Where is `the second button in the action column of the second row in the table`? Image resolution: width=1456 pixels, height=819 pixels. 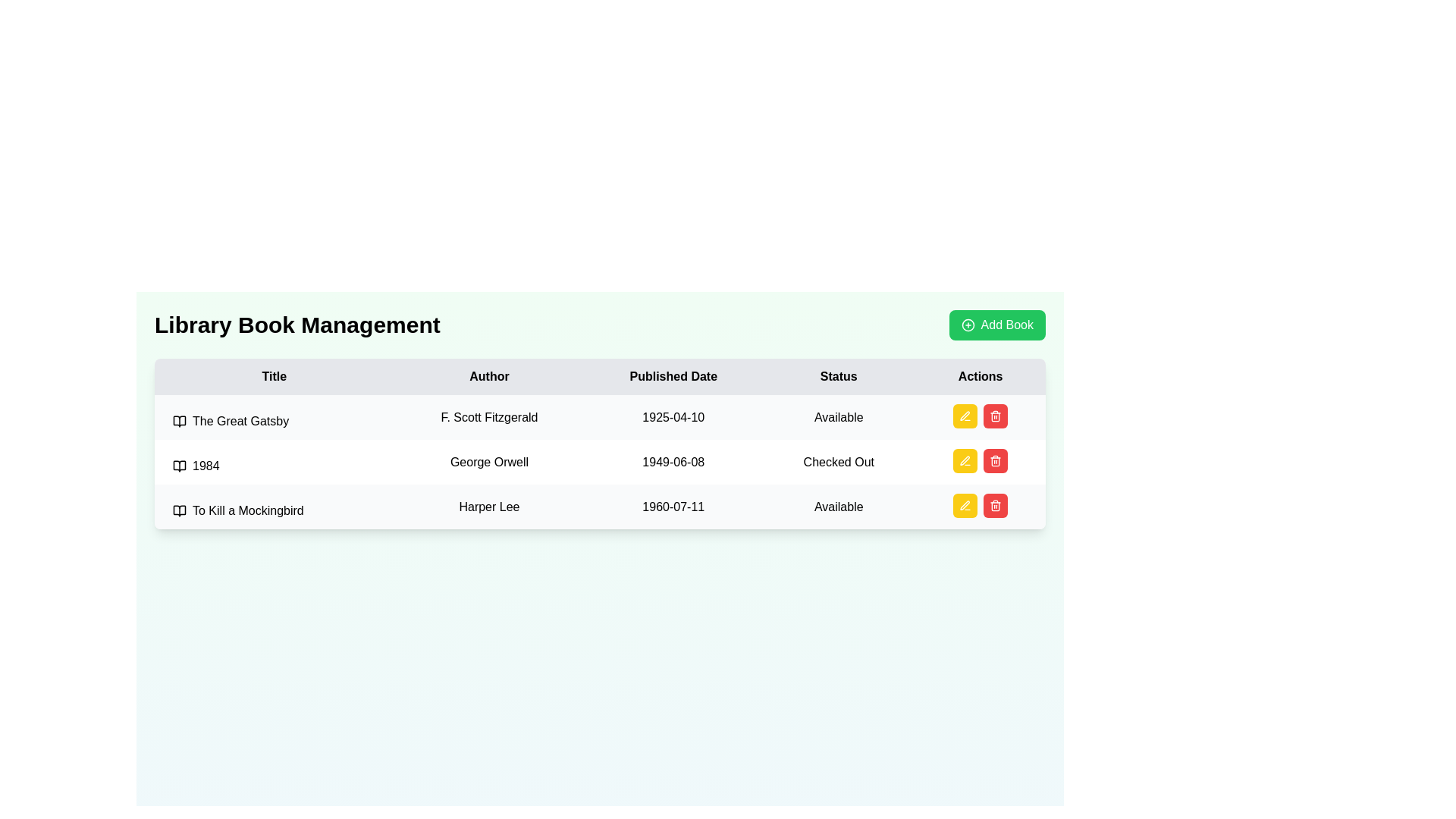
the second button in the action column of the second row in the table is located at coordinates (965, 460).